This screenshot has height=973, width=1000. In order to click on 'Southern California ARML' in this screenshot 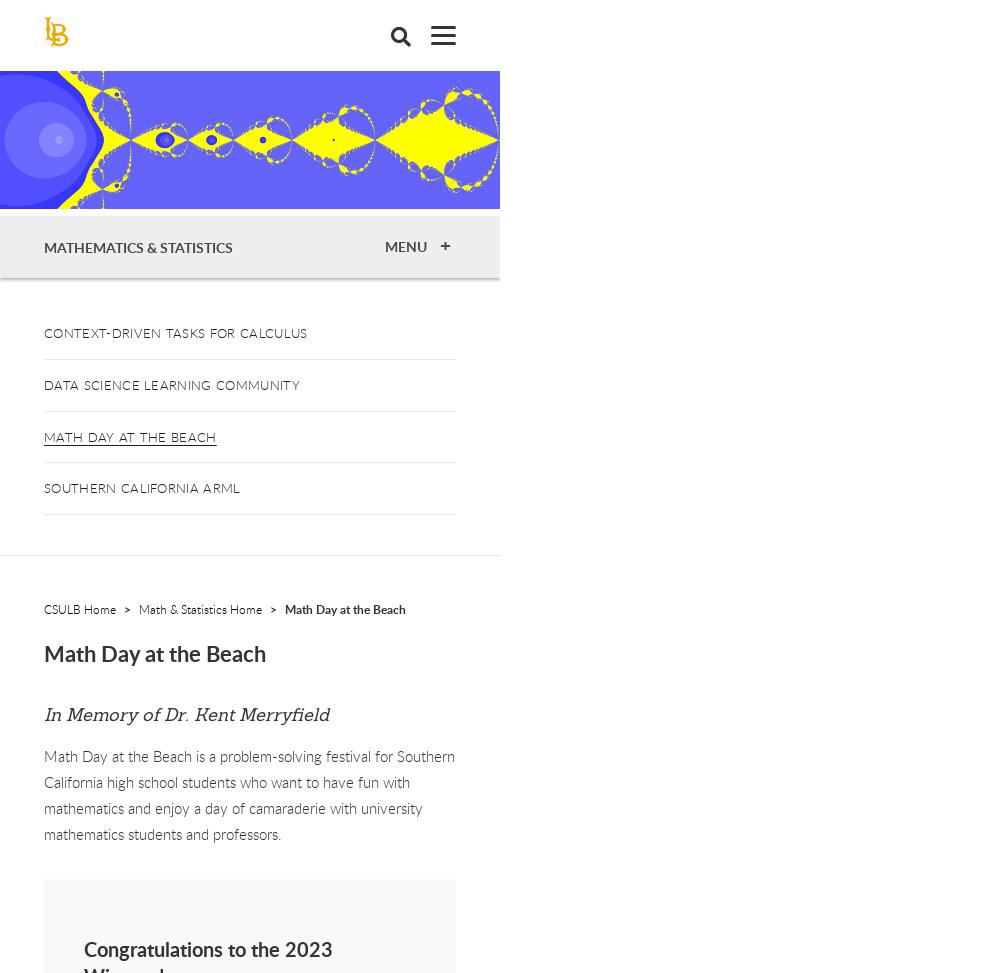, I will do `click(142, 486)`.